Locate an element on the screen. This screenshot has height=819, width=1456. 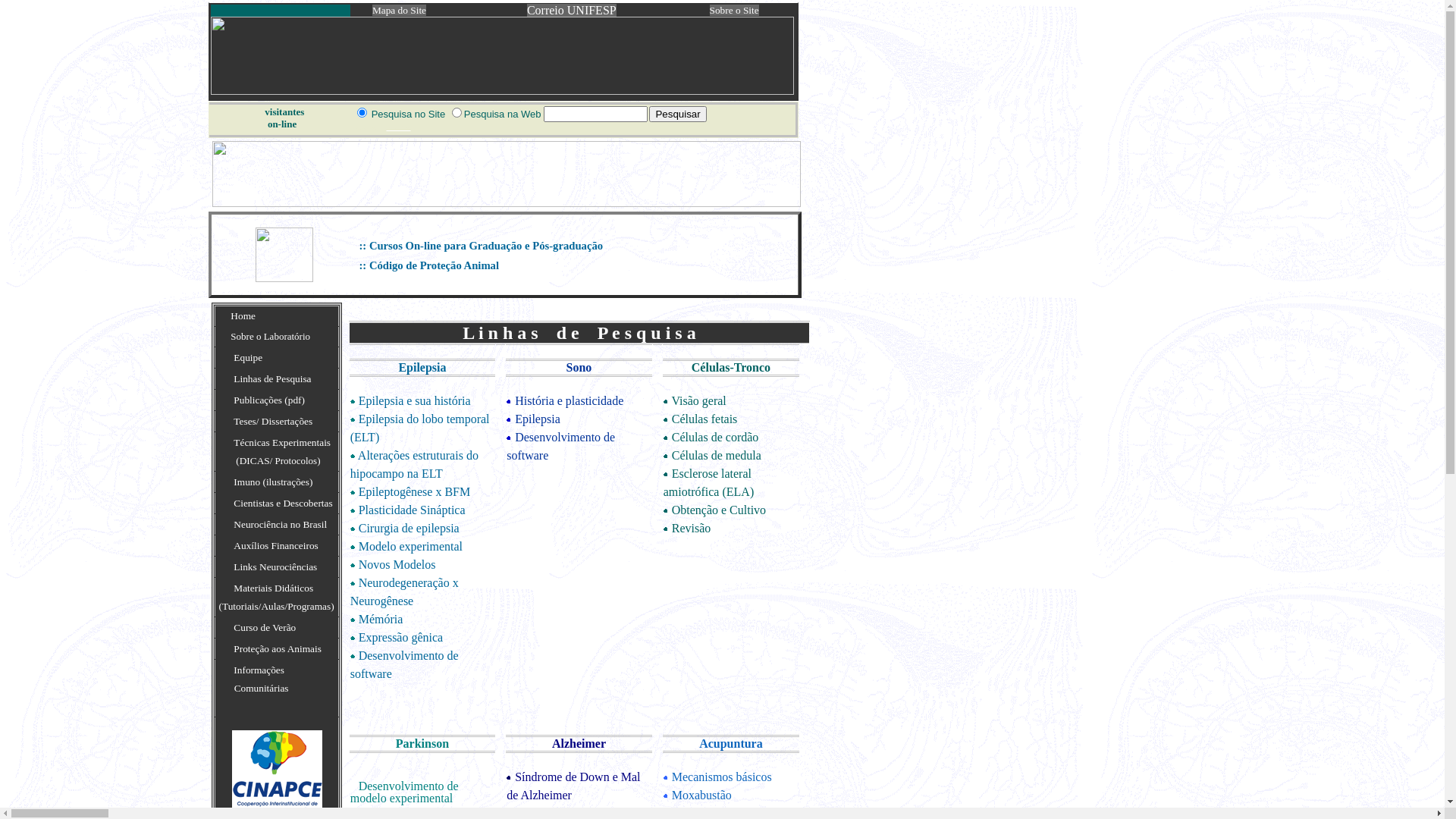
'Sobre o Site' is located at coordinates (709, 10).